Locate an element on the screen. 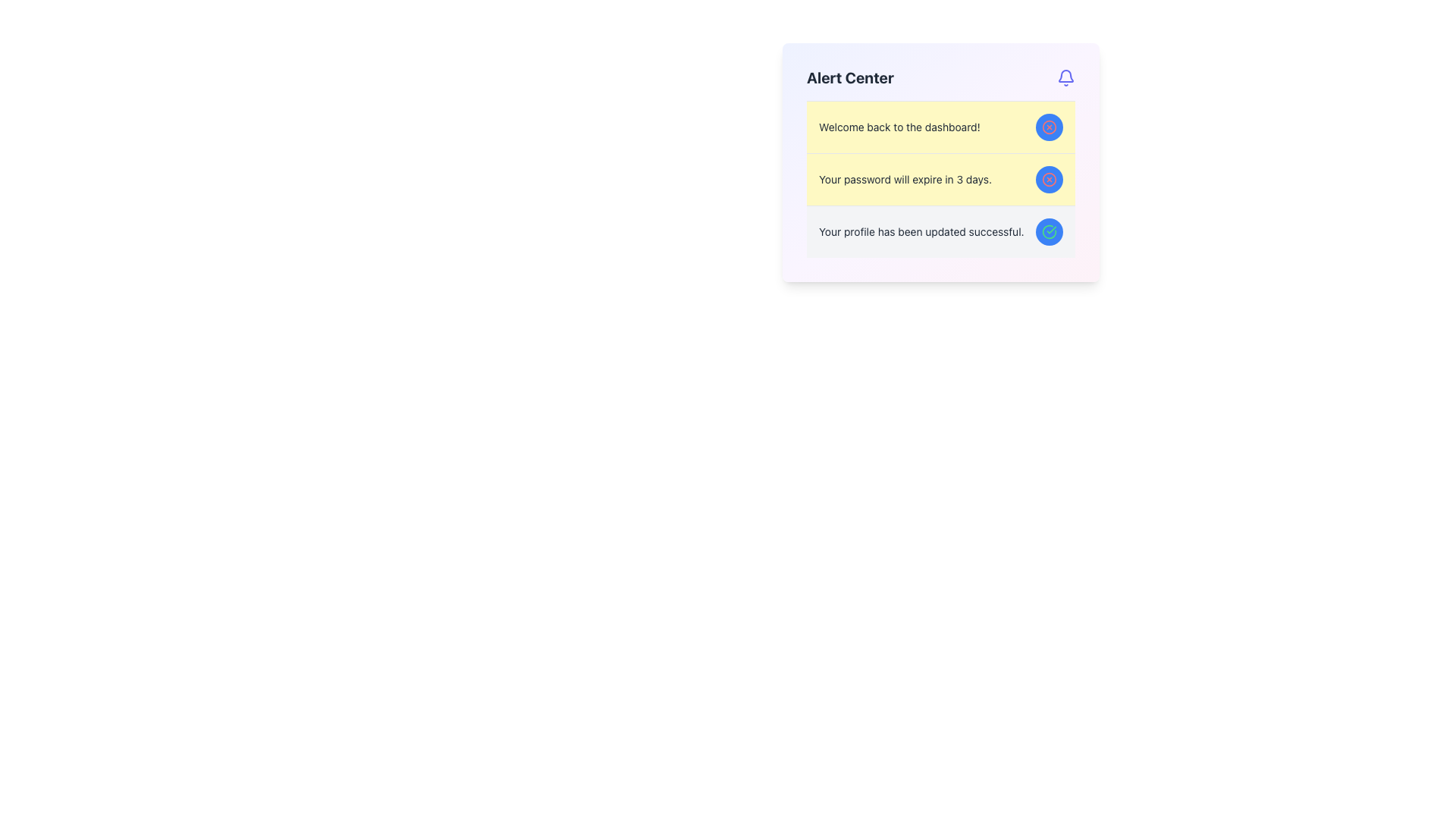 This screenshot has height=819, width=1456. the circular blue button with a green checkmark icon to acknowledge or confirm the message that your profile has been updated successfully is located at coordinates (1048, 231).